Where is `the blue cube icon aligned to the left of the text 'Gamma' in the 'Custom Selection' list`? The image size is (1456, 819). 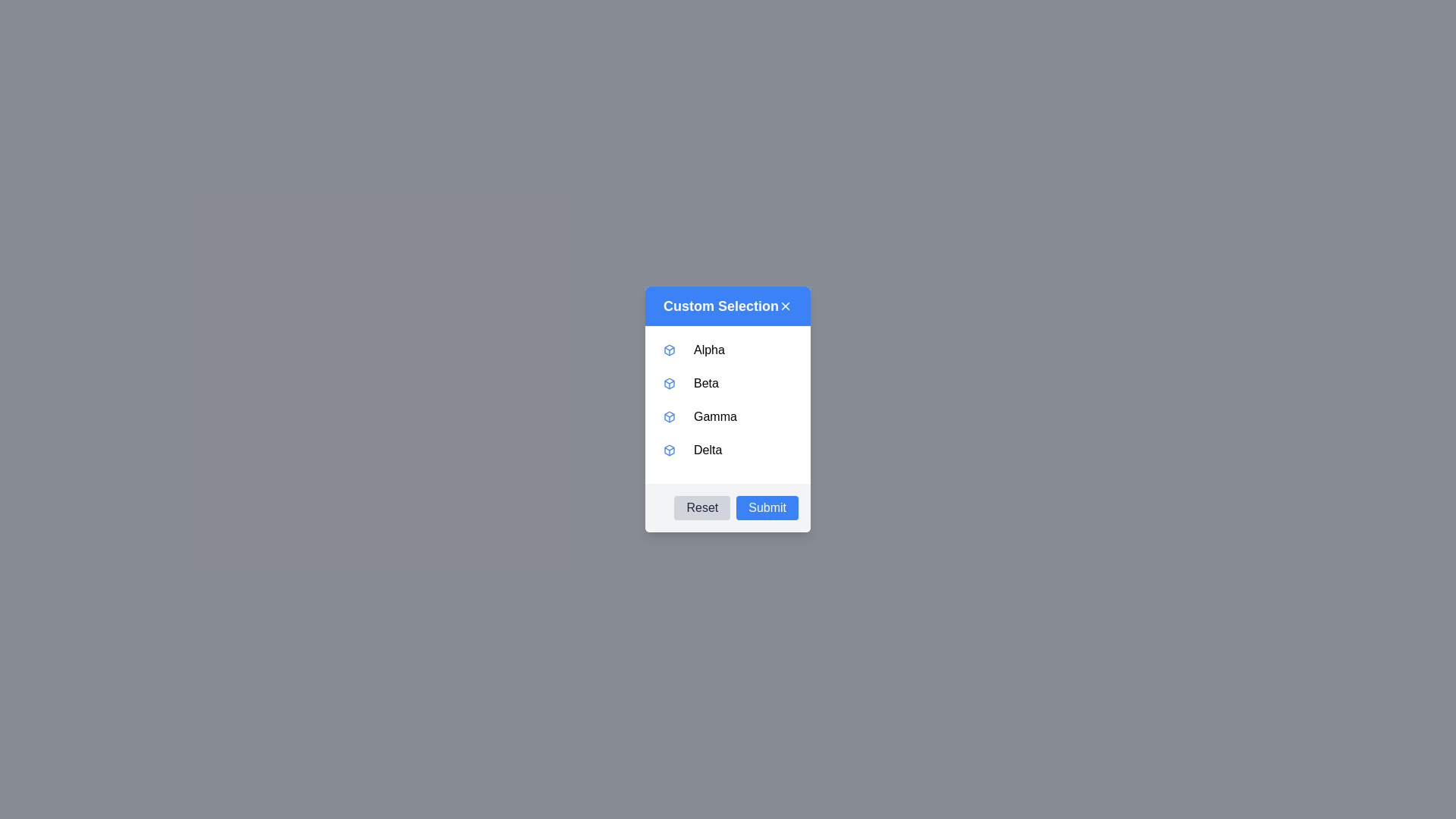 the blue cube icon aligned to the left of the text 'Gamma' in the 'Custom Selection' list is located at coordinates (669, 417).